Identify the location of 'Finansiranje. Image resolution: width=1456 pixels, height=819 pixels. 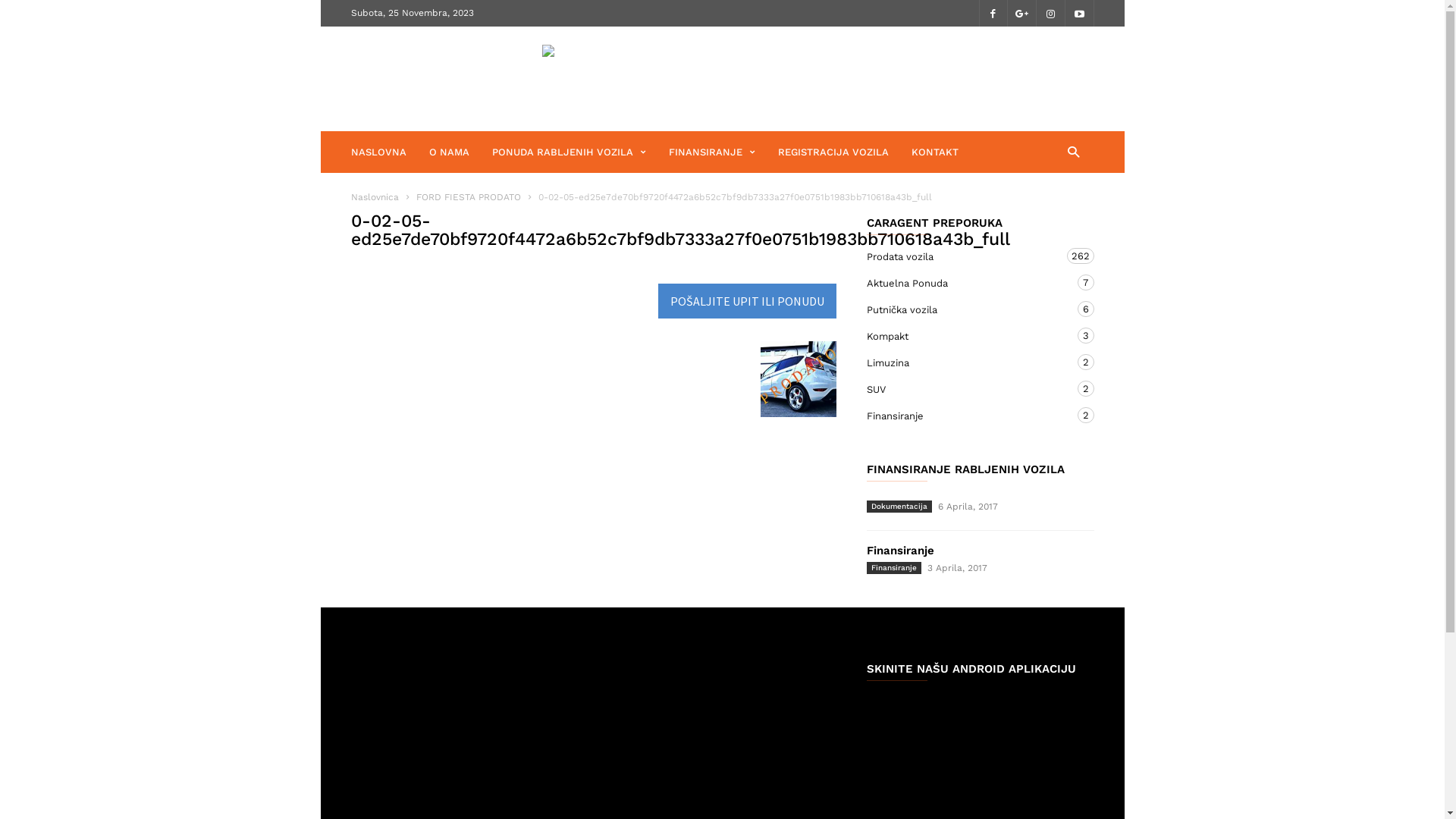
(964, 416).